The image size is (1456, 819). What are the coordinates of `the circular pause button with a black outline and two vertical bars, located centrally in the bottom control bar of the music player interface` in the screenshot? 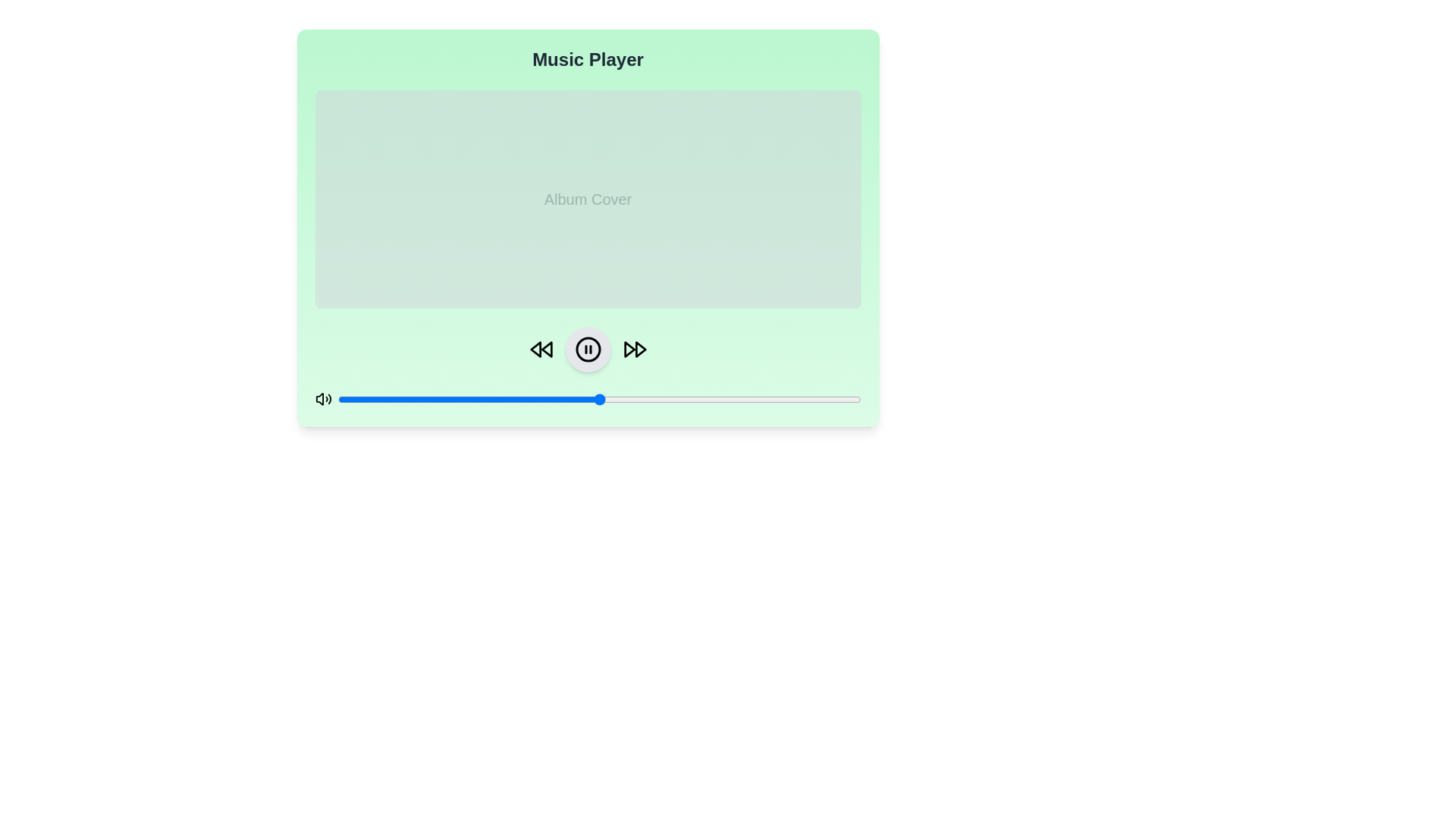 It's located at (587, 350).